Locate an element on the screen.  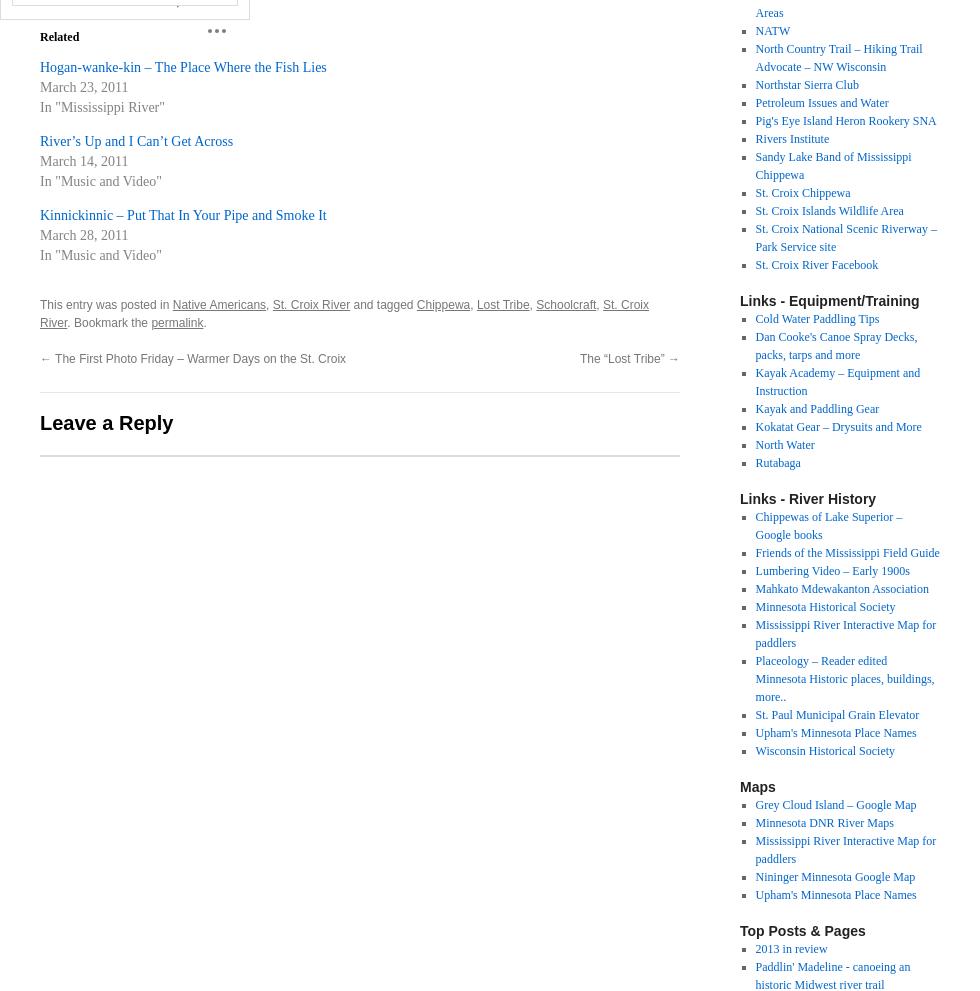
'Rivers Institute' is located at coordinates (792, 139).